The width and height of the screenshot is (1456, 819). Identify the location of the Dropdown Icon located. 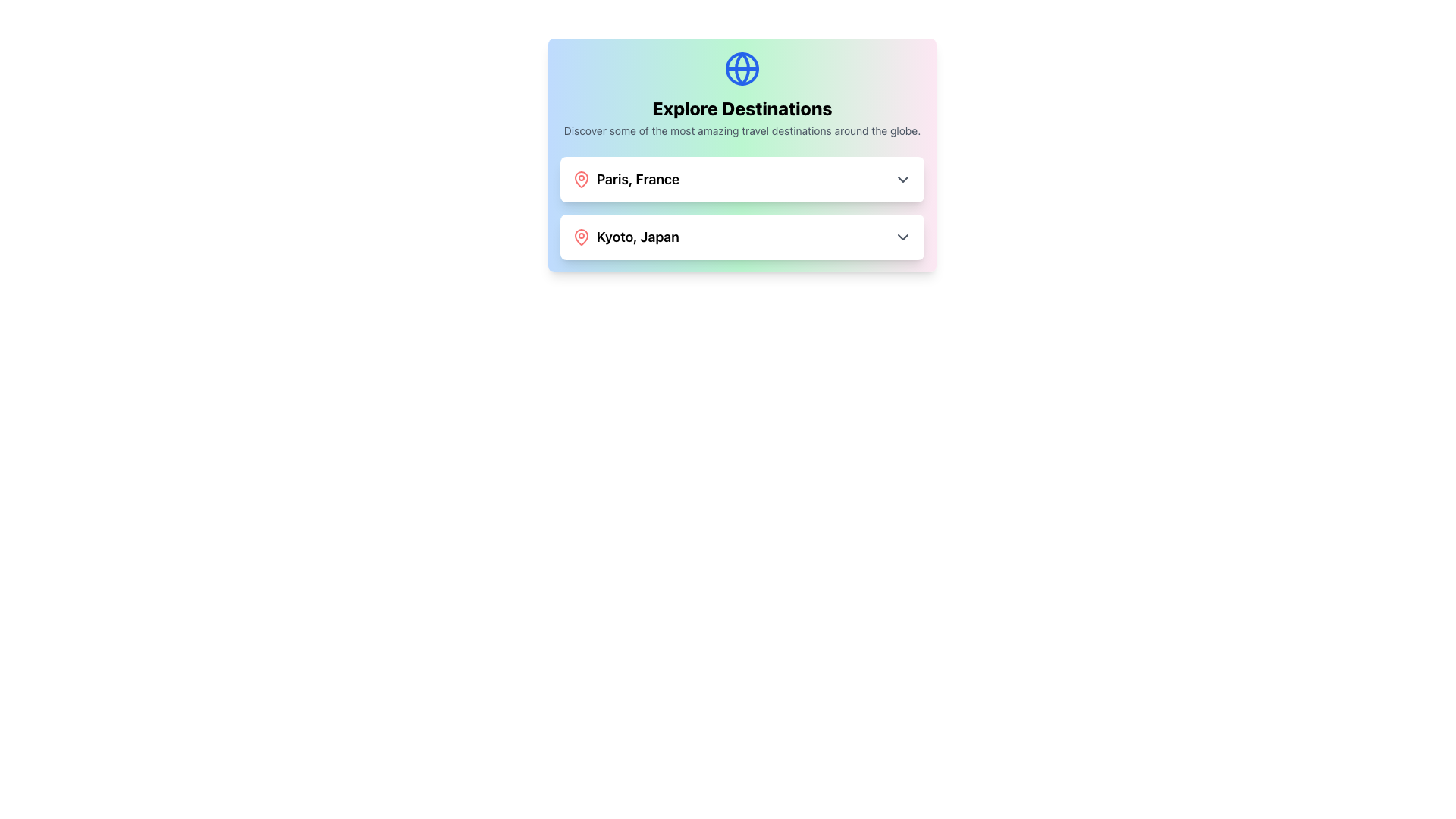
(902, 178).